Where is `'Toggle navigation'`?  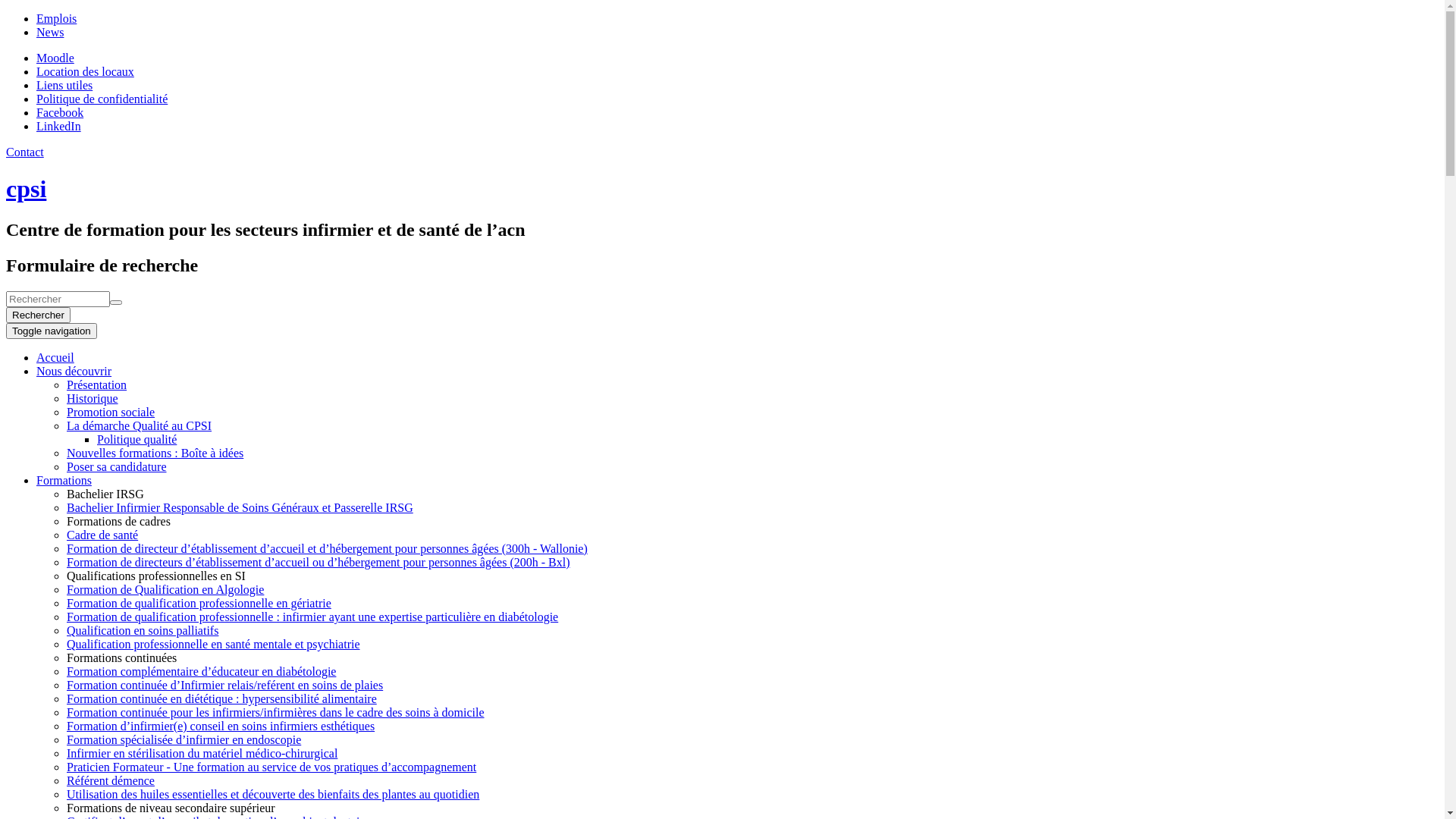 'Toggle navigation' is located at coordinates (51, 330).